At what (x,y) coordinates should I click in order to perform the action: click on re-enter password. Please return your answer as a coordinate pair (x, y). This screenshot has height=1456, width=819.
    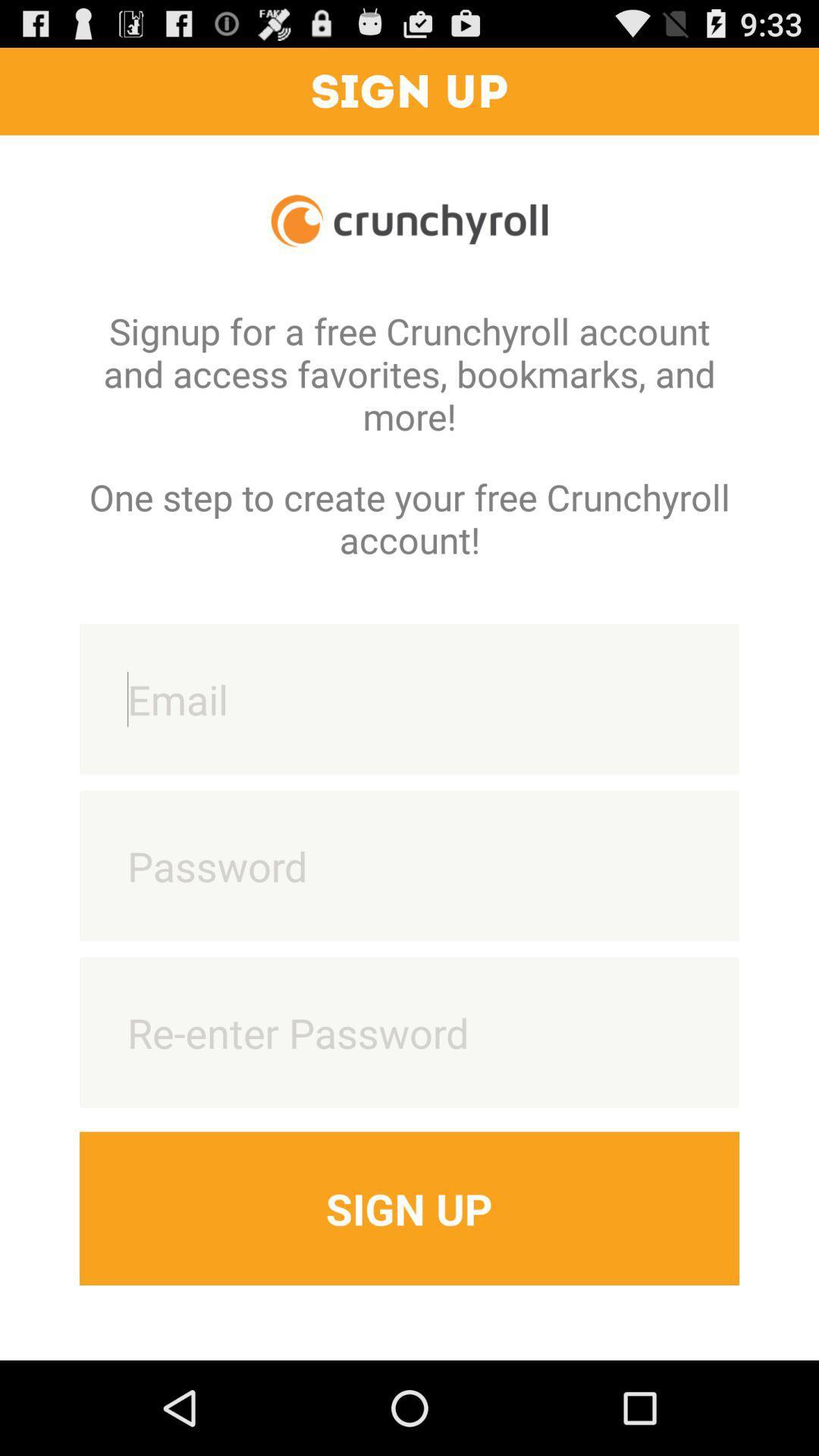
    Looking at the image, I should click on (409, 1031).